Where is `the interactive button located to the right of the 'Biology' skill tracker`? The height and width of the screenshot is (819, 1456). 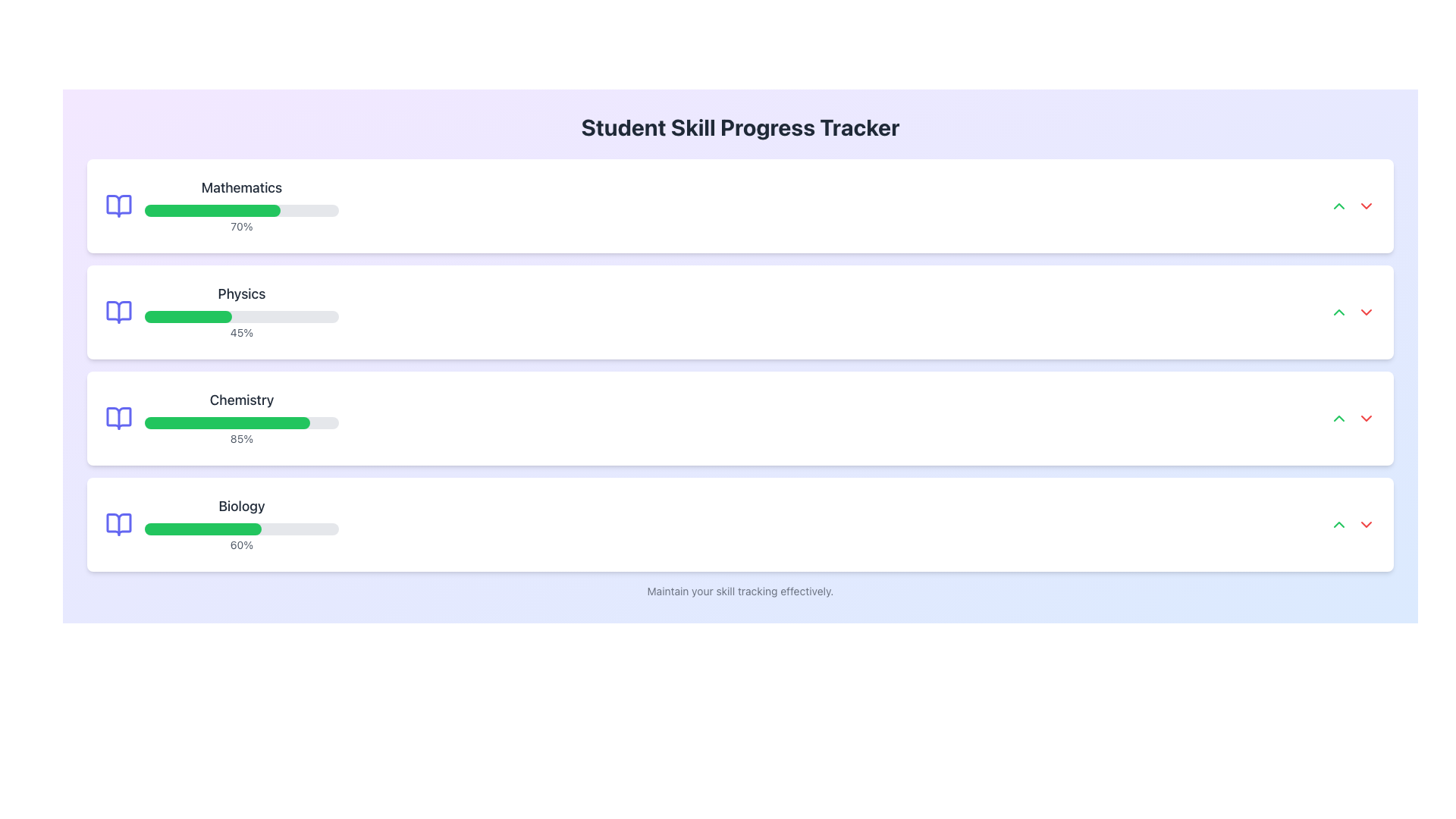 the interactive button located to the right of the 'Biology' skill tracker is located at coordinates (1339, 523).